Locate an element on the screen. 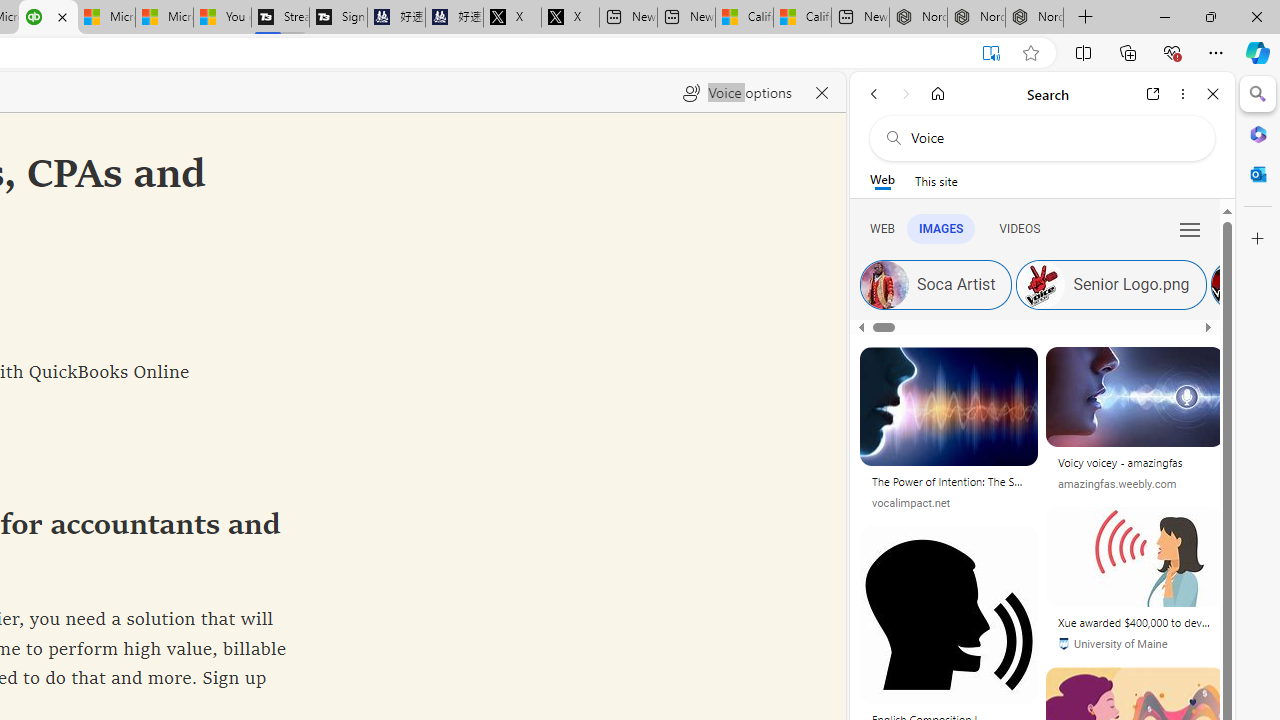 The width and height of the screenshot is (1280, 720). 'Nordace - Siena Pro 15 Essential Set' is located at coordinates (1034, 17).